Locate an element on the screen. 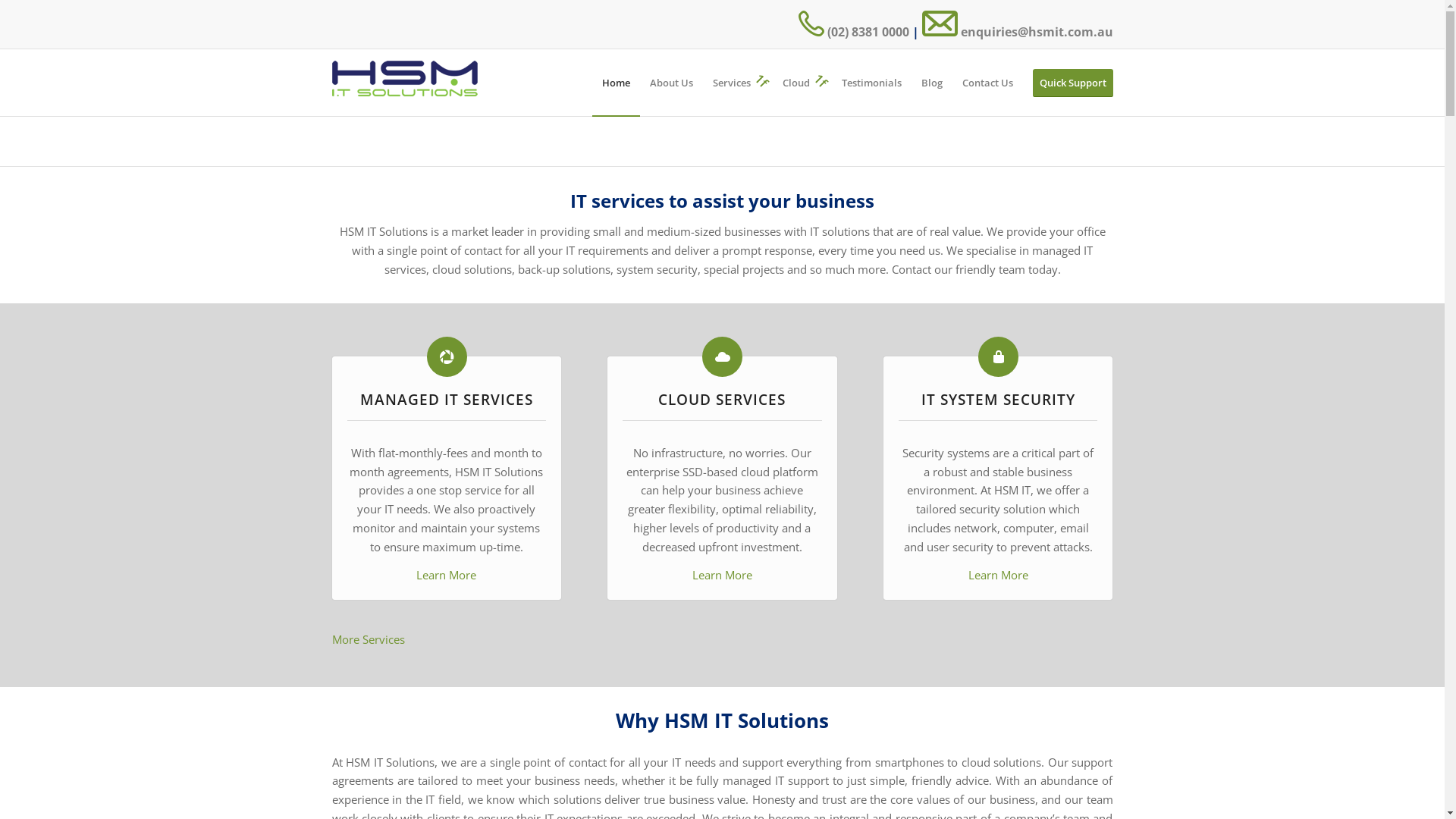 The width and height of the screenshot is (1456, 819). 'MANAGED IT SERVICES' is located at coordinates (446, 398).